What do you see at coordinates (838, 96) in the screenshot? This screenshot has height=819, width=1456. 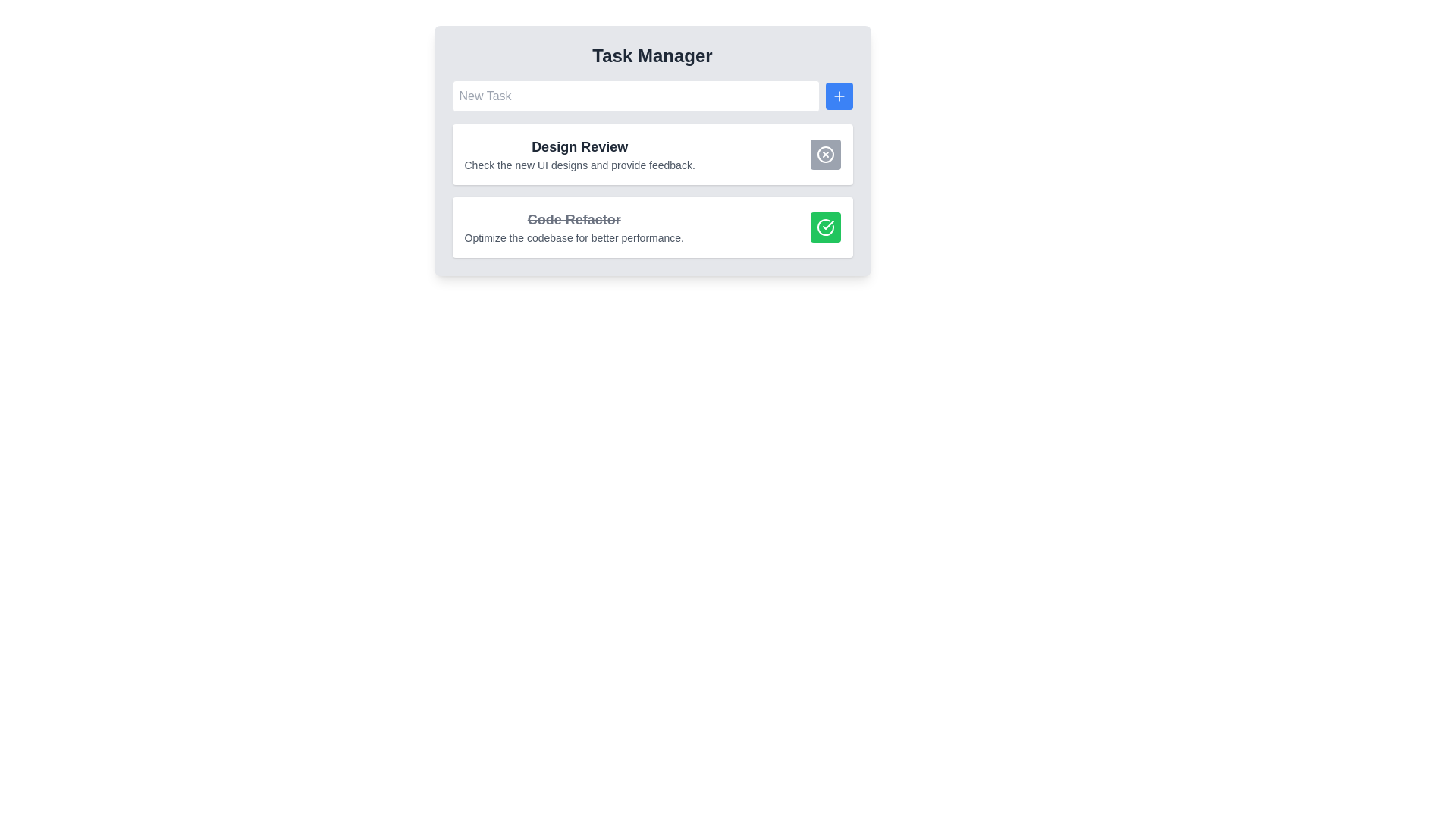 I see `the 'Add' or 'Create' button represented by a plus icon within a blue circular button, located to the right of the 'New Task' input field` at bounding box center [838, 96].